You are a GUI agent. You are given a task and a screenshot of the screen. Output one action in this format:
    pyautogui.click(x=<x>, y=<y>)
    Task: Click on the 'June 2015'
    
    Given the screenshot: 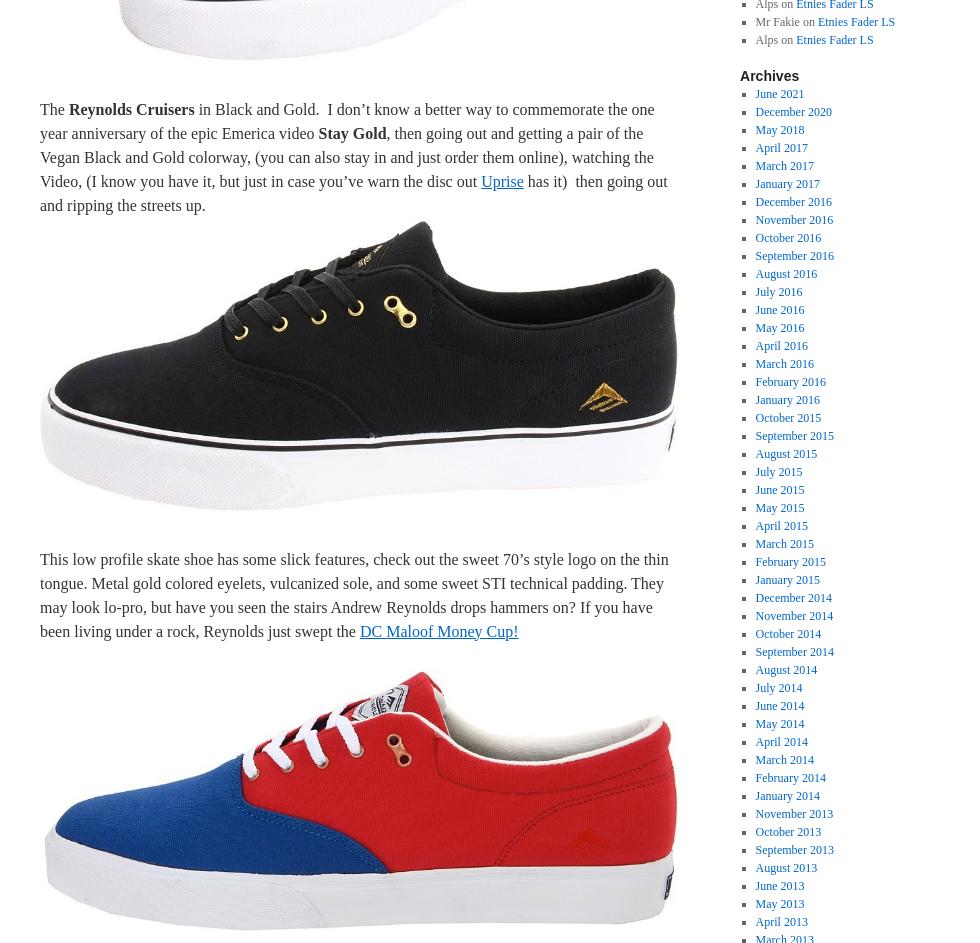 What is the action you would take?
    pyautogui.click(x=754, y=488)
    